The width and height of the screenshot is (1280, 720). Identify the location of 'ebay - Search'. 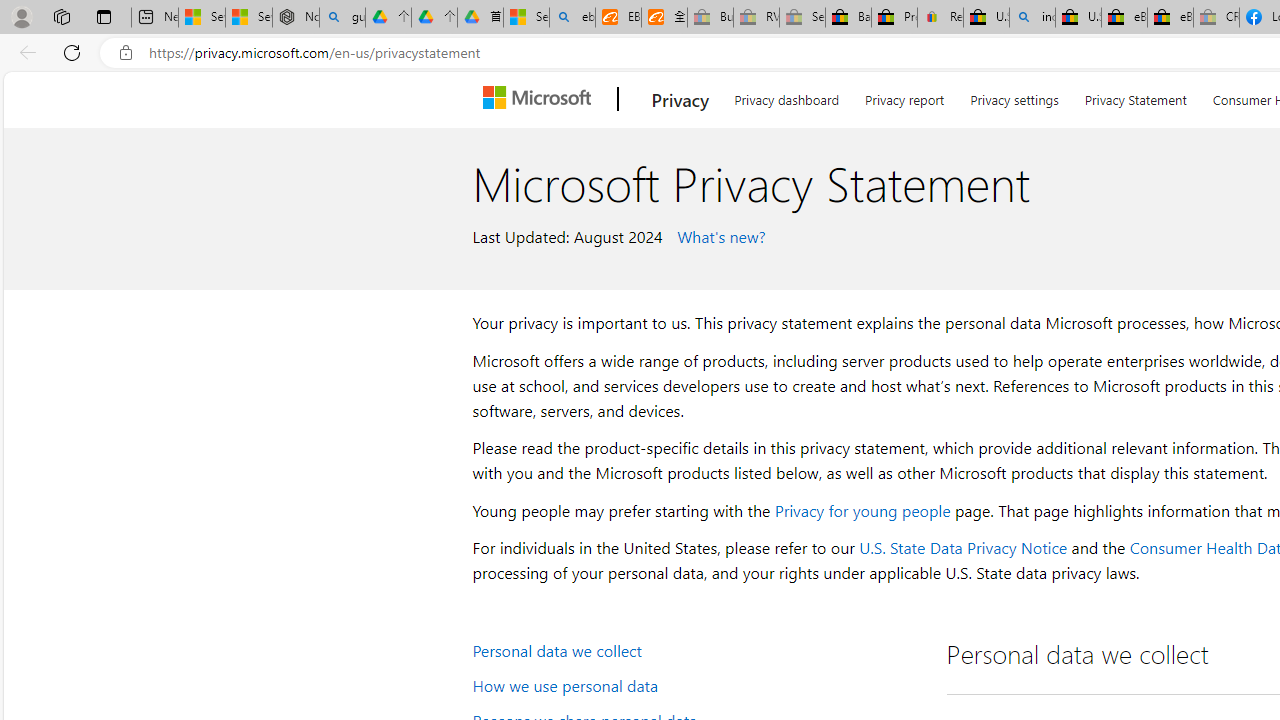
(571, 17).